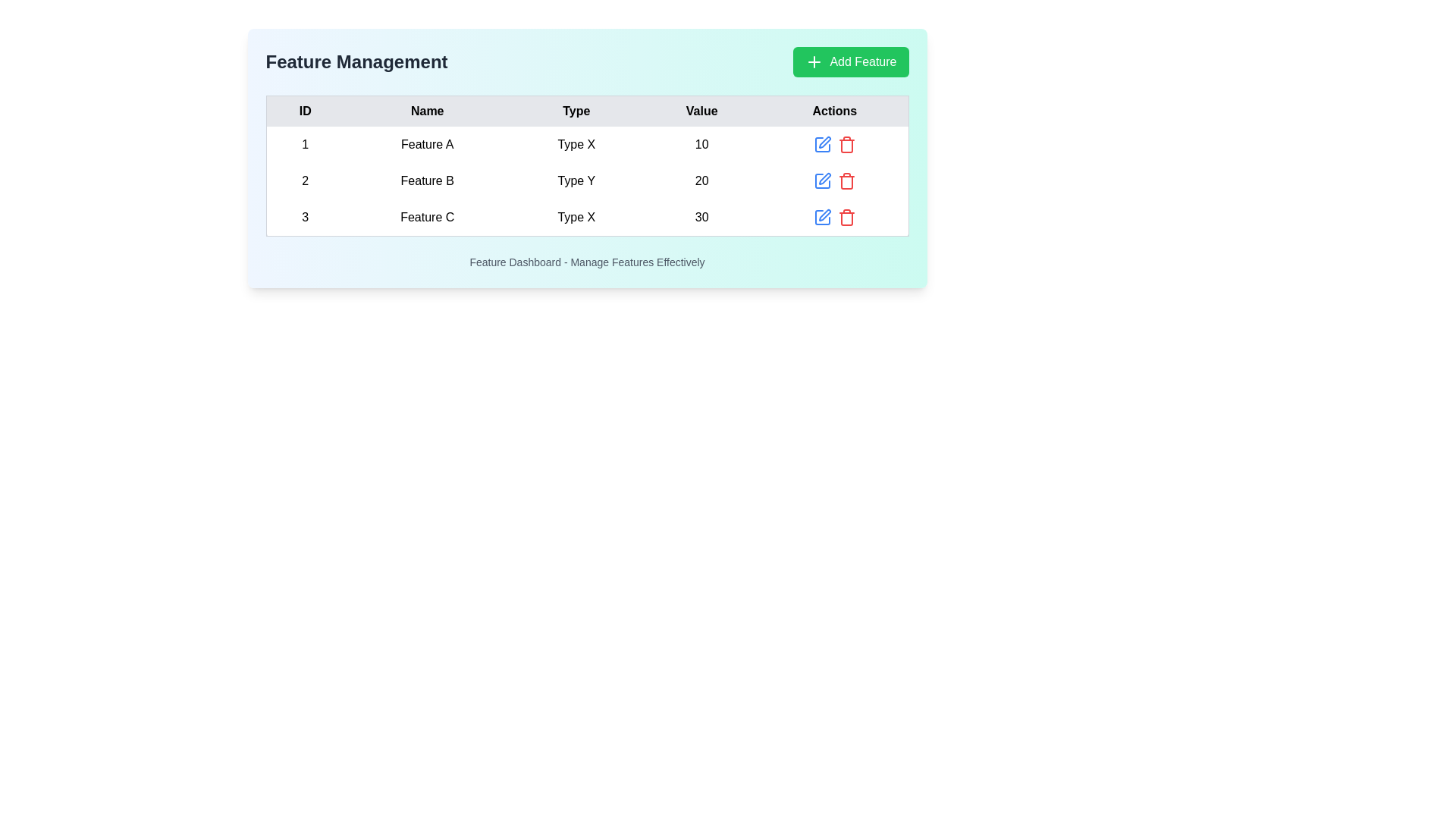 The height and width of the screenshot is (819, 1456). Describe the element at coordinates (426, 218) in the screenshot. I see `the text label displaying 'Feature C', which is located in the third row under the 'Name' column of the table` at that location.